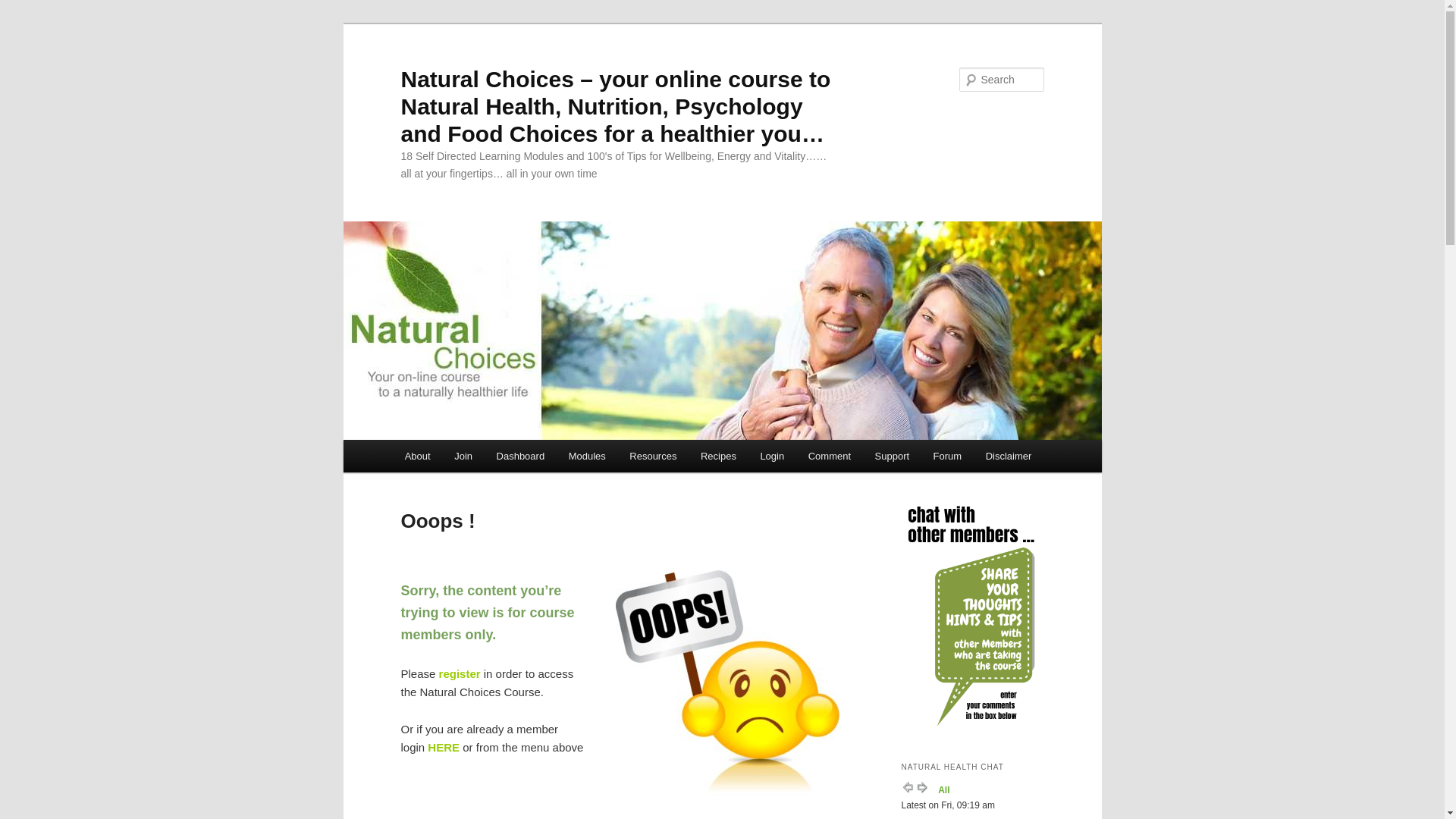 This screenshot has width=1456, height=819. Describe the element at coordinates (417, 455) in the screenshot. I see `'About'` at that location.